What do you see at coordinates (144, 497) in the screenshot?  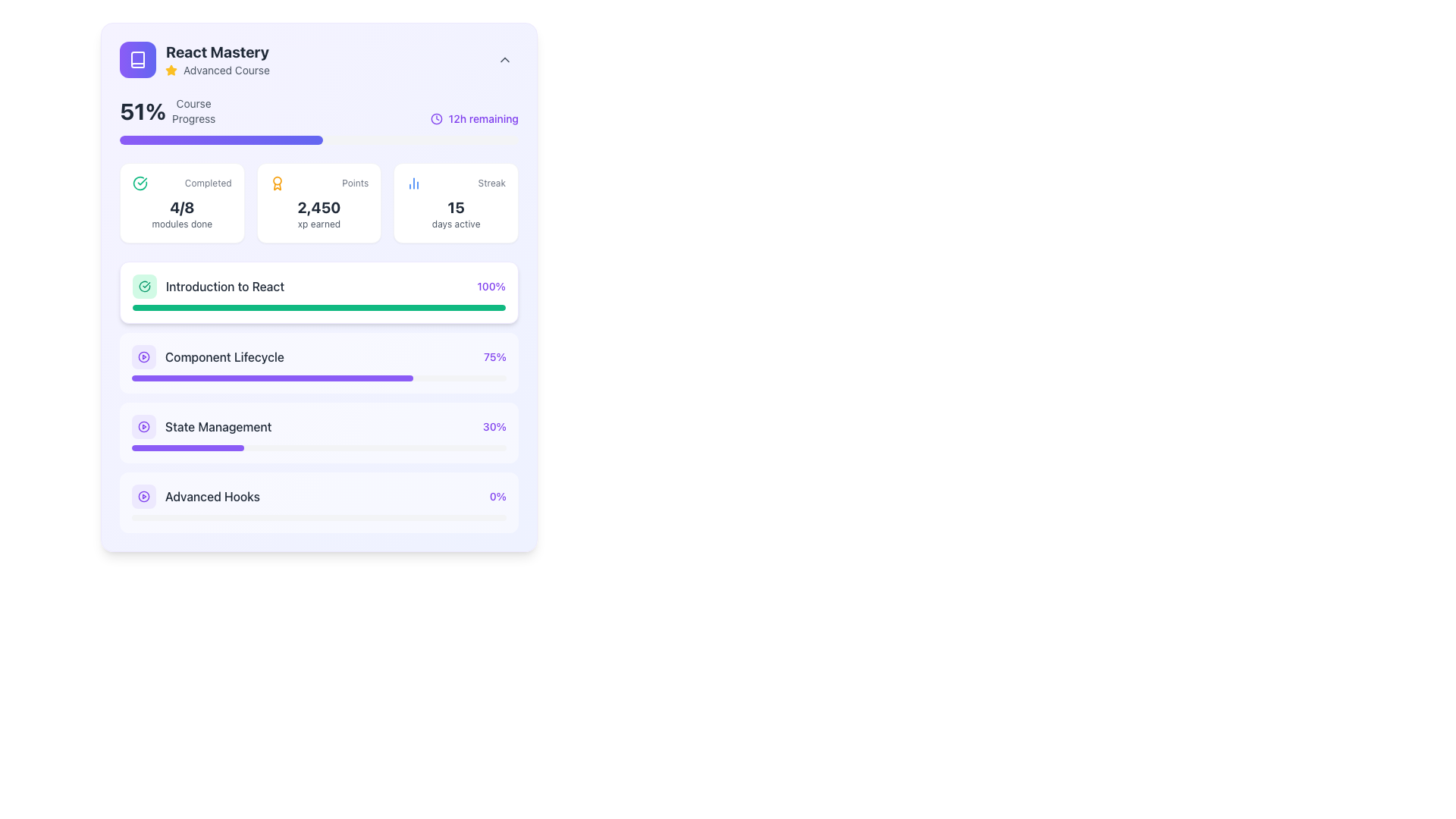 I see `the play button located to the left of the 'Advanced Hooks' text to initiate an action` at bounding box center [144, 497].